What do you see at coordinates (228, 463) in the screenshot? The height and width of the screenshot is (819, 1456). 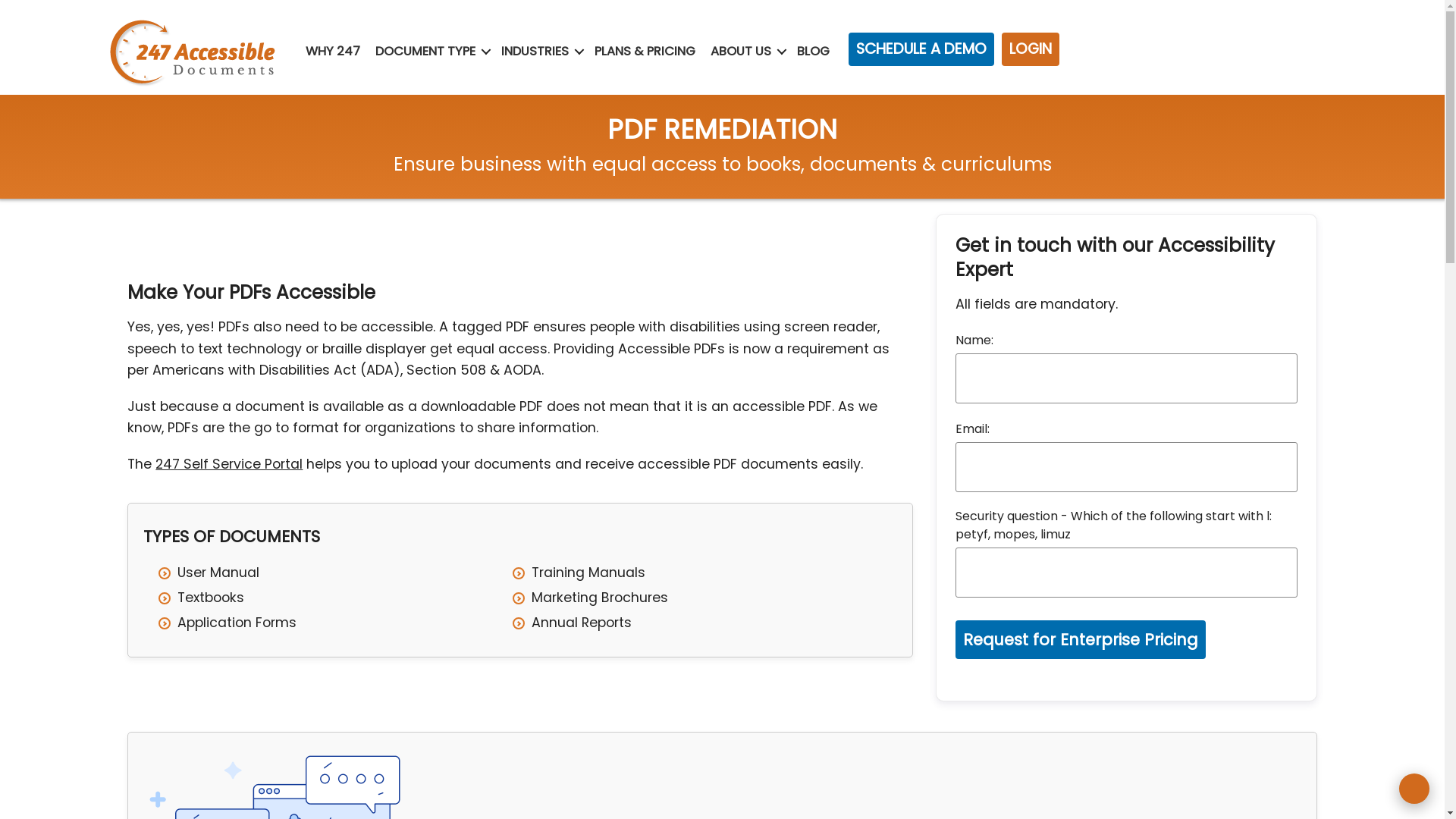 I see `'247 Self Service Portal'` at bounding box center [228, 463].